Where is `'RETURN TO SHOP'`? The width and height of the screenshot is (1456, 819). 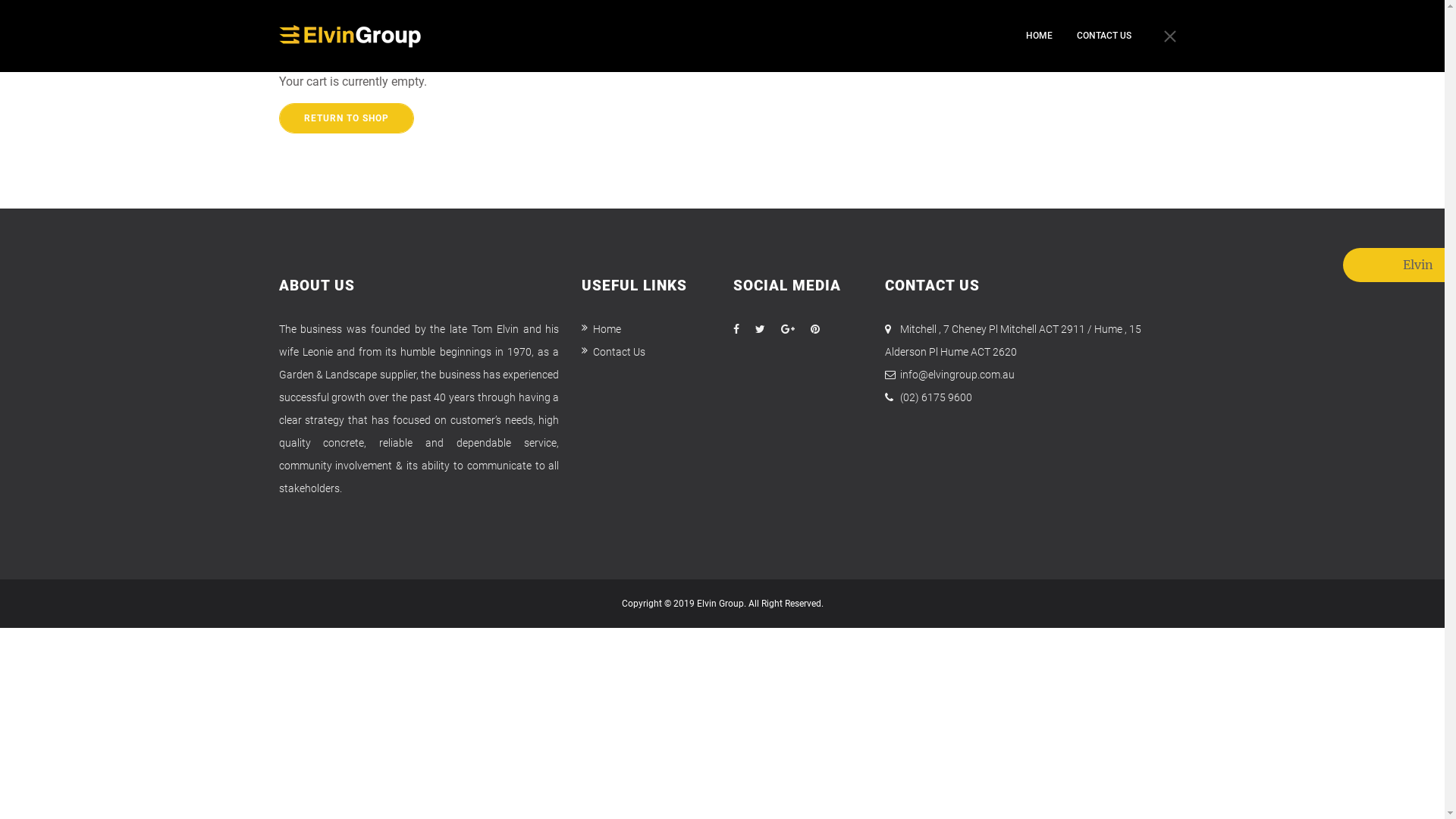
'RETURN TO SHOP' is located at coordinates (279, 117).